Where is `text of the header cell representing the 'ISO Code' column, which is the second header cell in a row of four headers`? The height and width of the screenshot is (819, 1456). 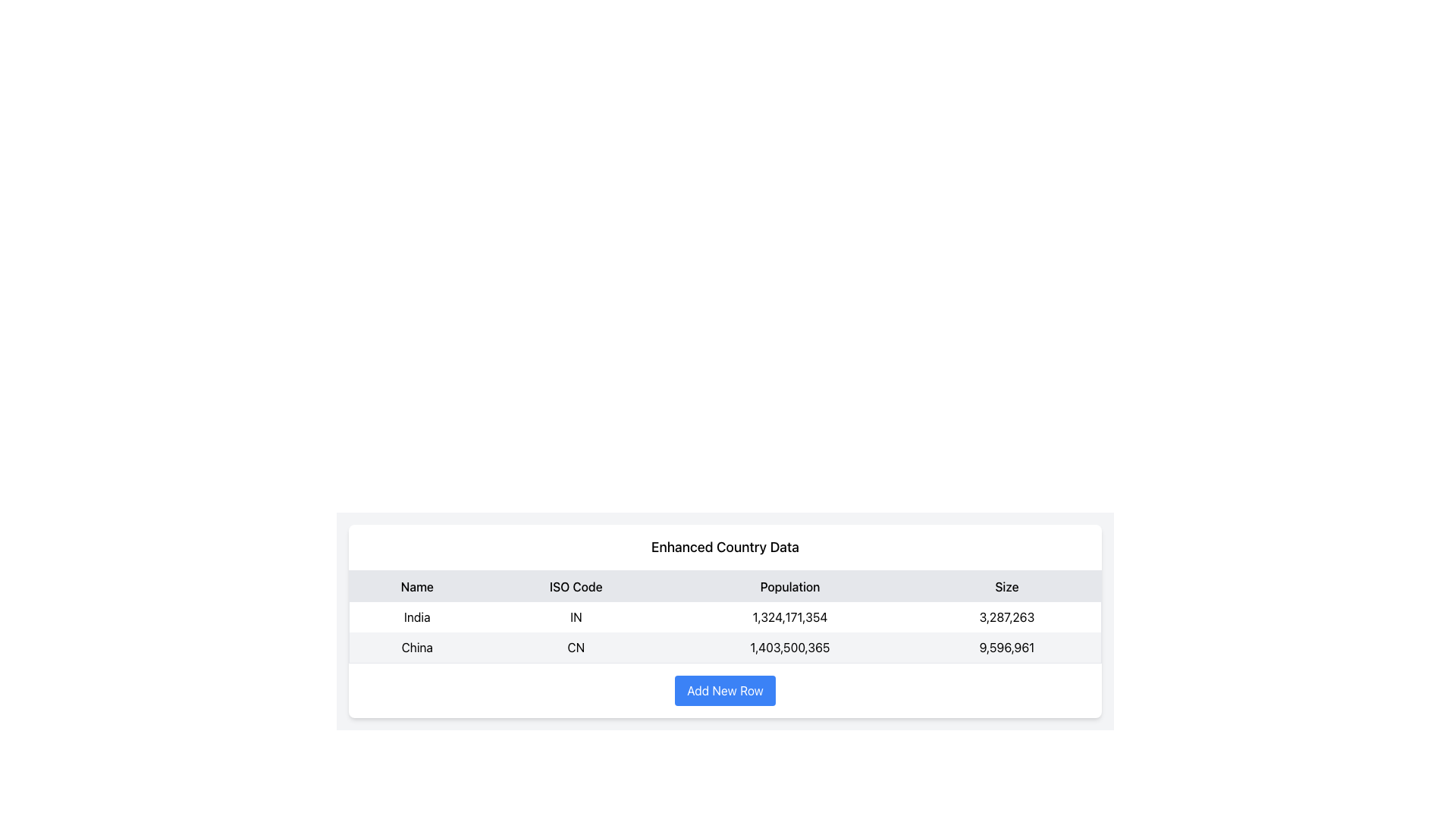
text of the header cell representing the 'ISO Code' column, which is the second header cell in a row of four headers is located at coordinates (575, 585).